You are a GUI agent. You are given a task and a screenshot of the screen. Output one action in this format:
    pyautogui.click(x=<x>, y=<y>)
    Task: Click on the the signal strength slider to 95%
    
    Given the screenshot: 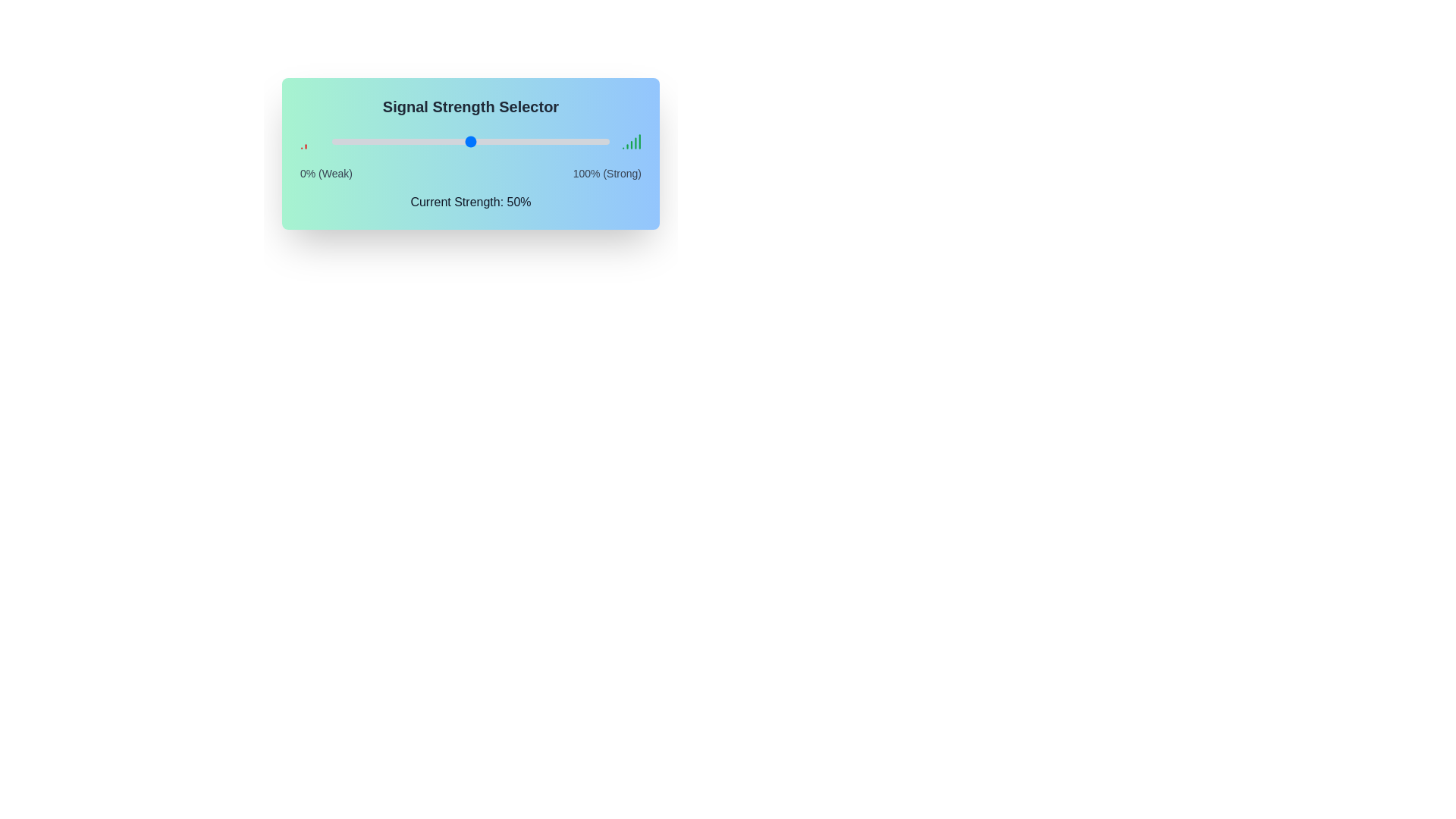 What is the action you would take?
    pyautogui.click(x=594, y=141)
    